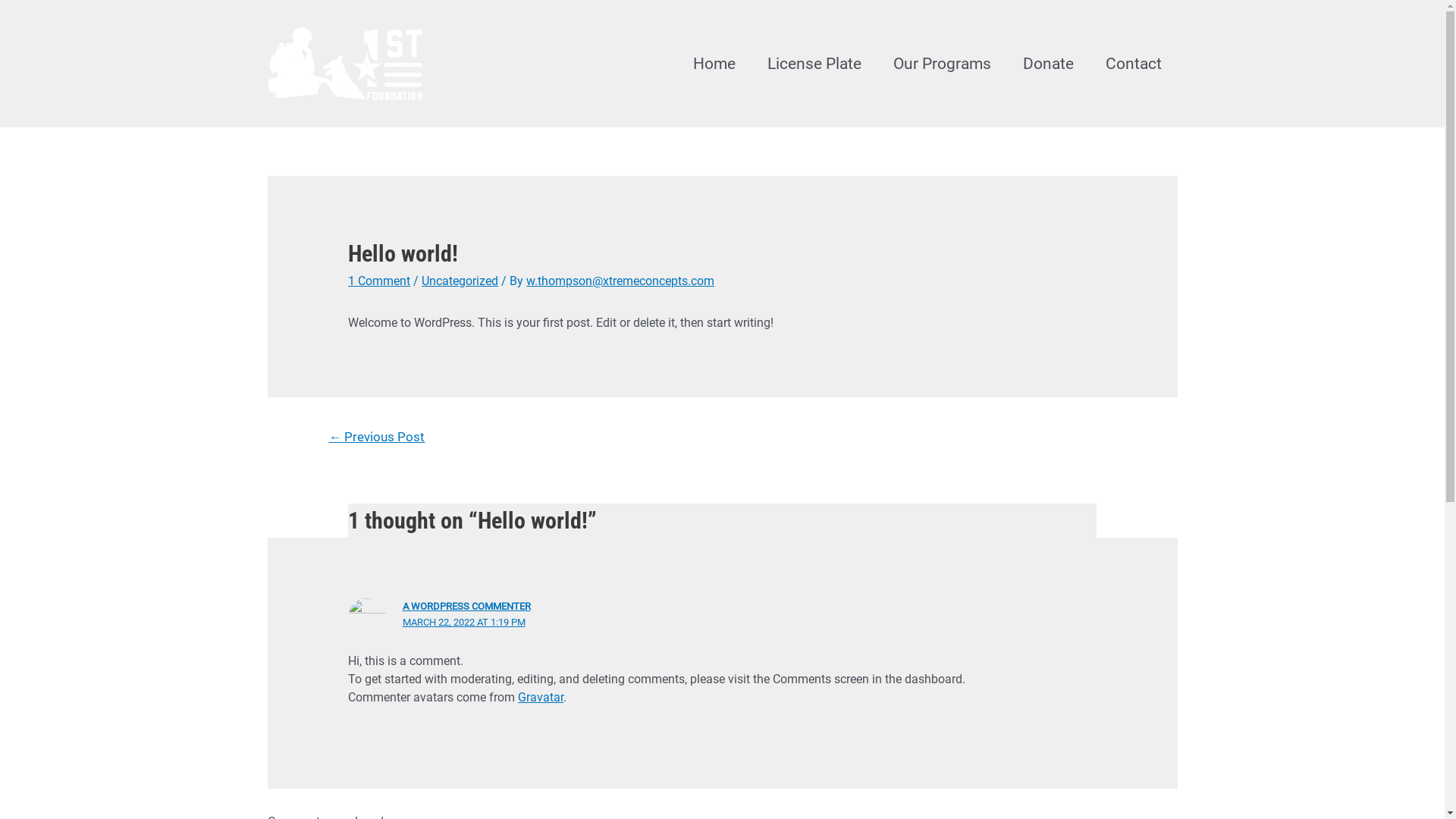 This screenshot has width=1456, height=819. What do you see at coordinates (813, 63) in the screenshot?
I see `'License Plate'` at bounding box center [813, 63].